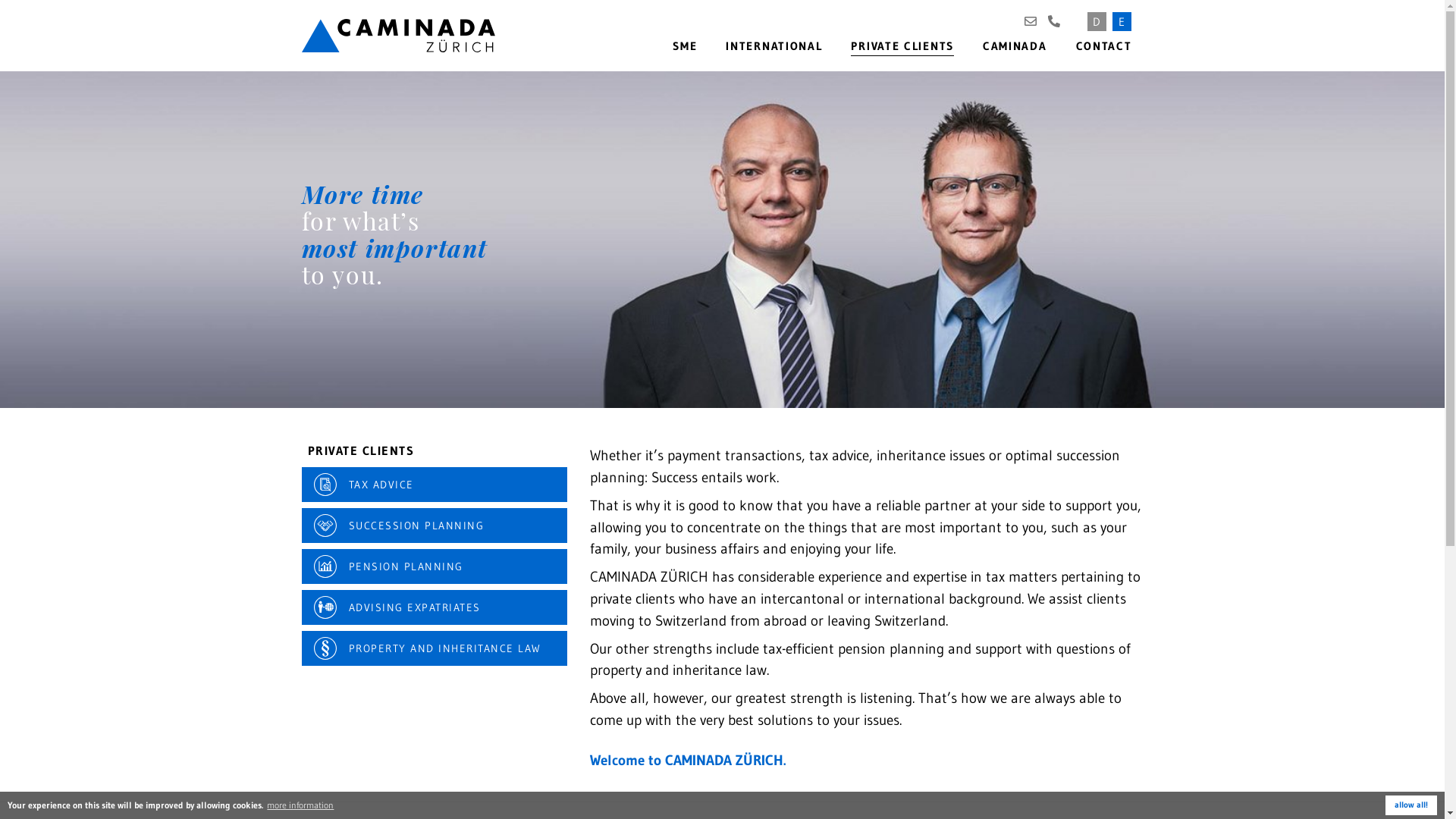  Describe the element at coordinates (1103, 45) in the screenshot. I see `'CONTACT'` at that location.